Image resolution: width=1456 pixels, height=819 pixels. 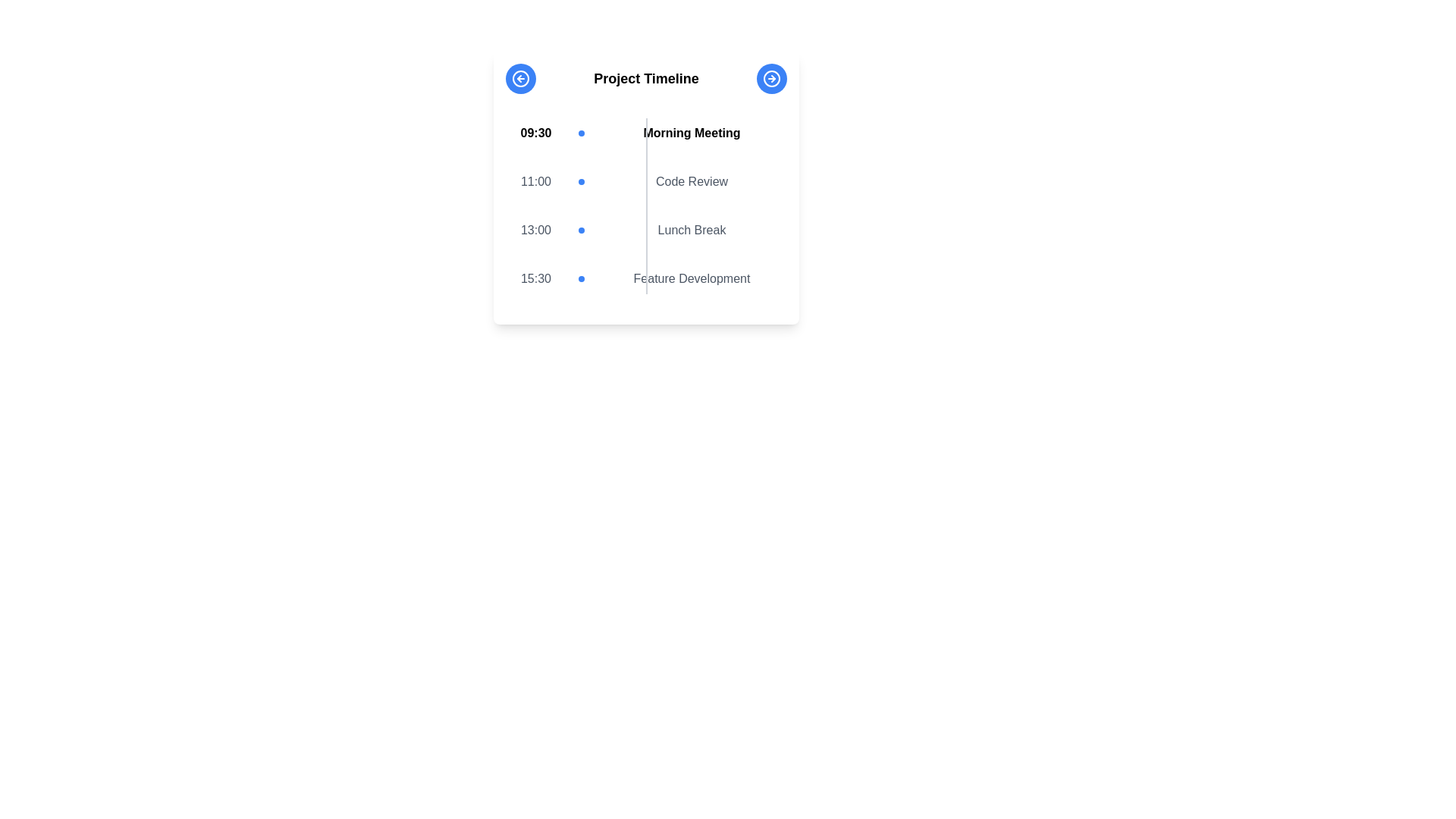 I want to click on the header text labeled 'Project Timeline', which is bold and medium-sized, located at the top of a card-like area, centered along the top edge, flanked by two circular blue buttons, so click(x=646, y=79).